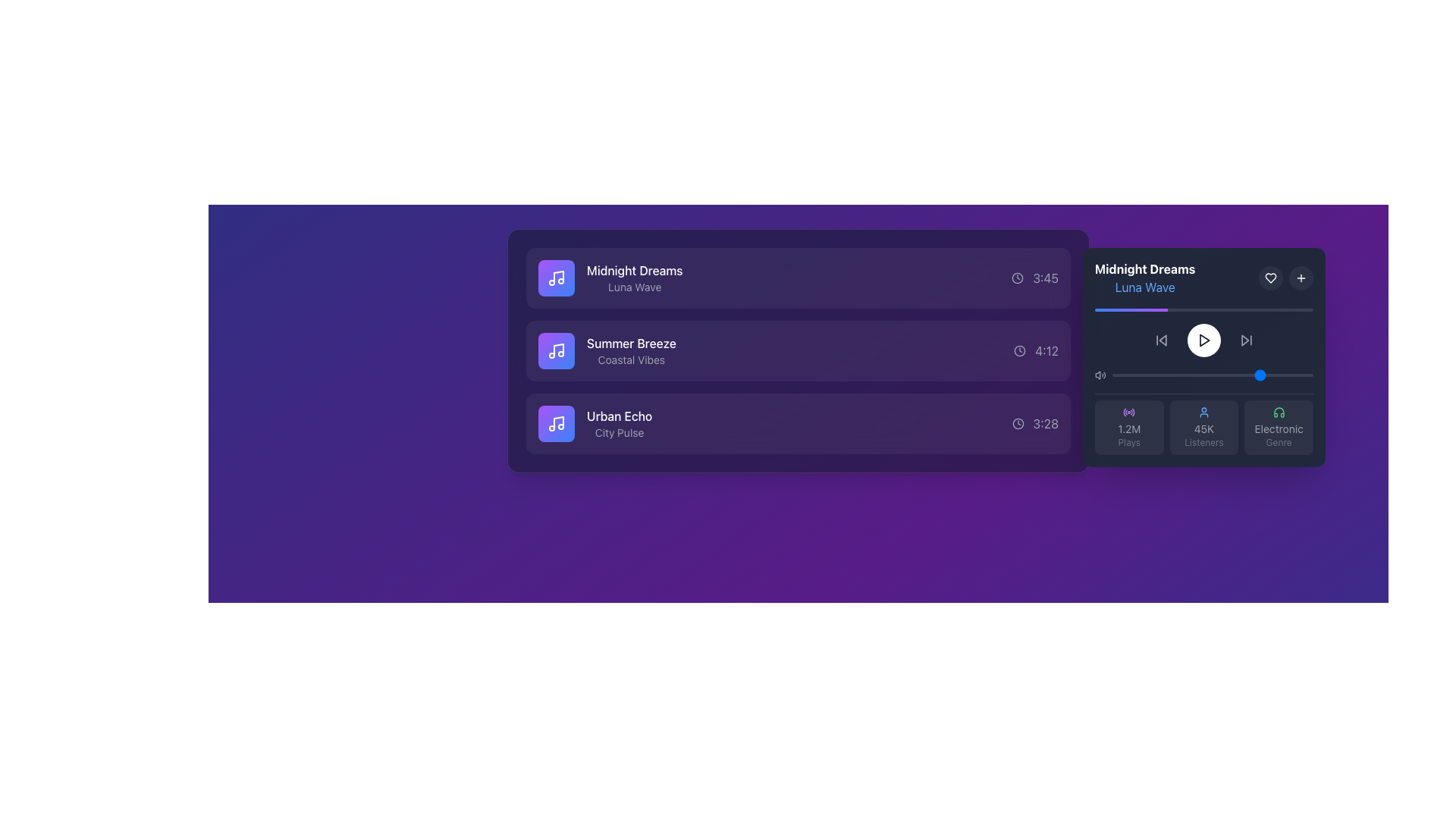  I want to click on the third item in the list of tracks, which displays the title 'Urban Echo' in large white text, so click(595, 424).